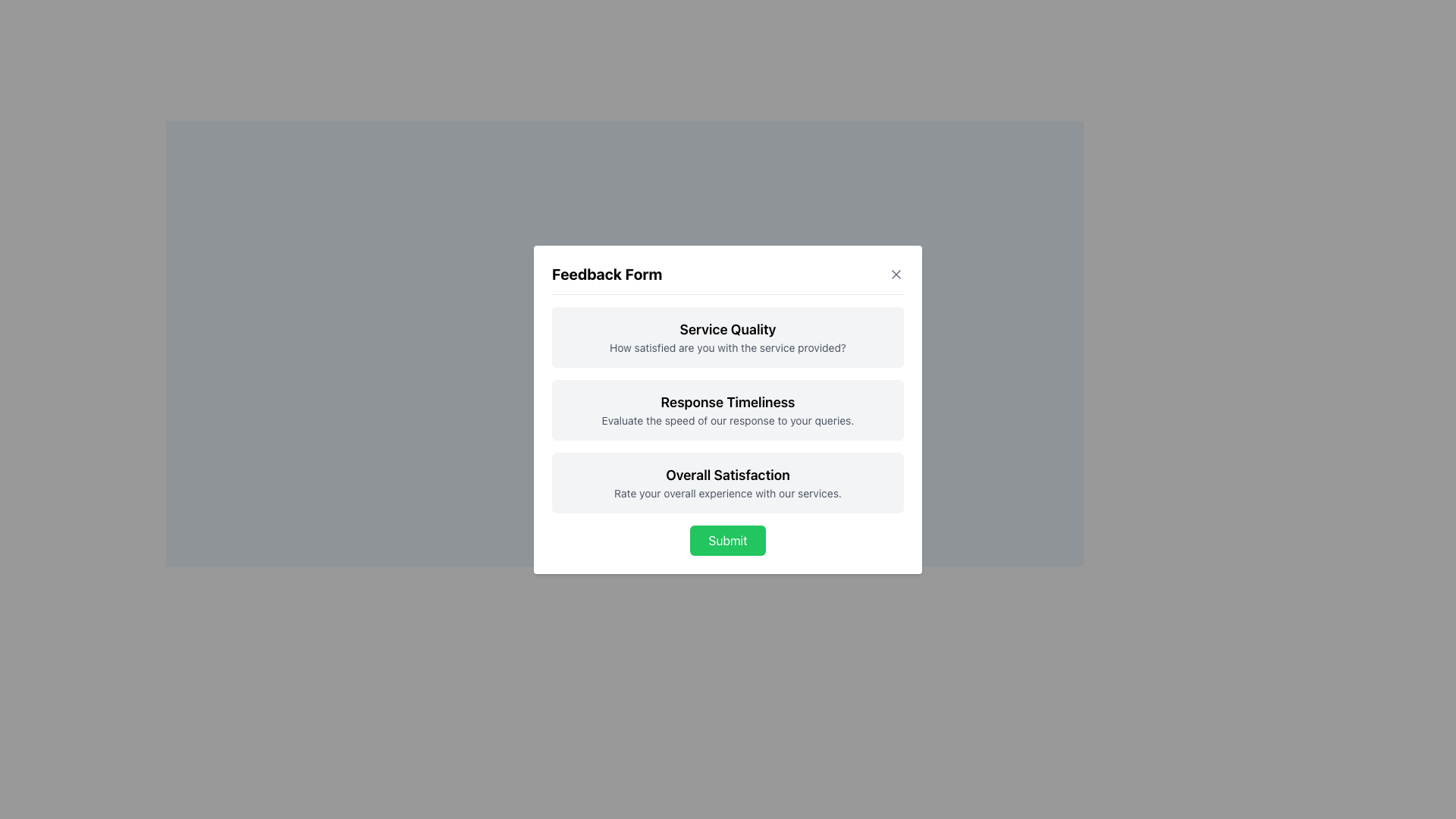  Describe the element at coordinates (728, 473) in the screenshot. I see `the text heading 'Overall Satisfaction' which is centrally positioned within a light gray card and is styled in bold, large font, distinct from surrounding text` at that location.